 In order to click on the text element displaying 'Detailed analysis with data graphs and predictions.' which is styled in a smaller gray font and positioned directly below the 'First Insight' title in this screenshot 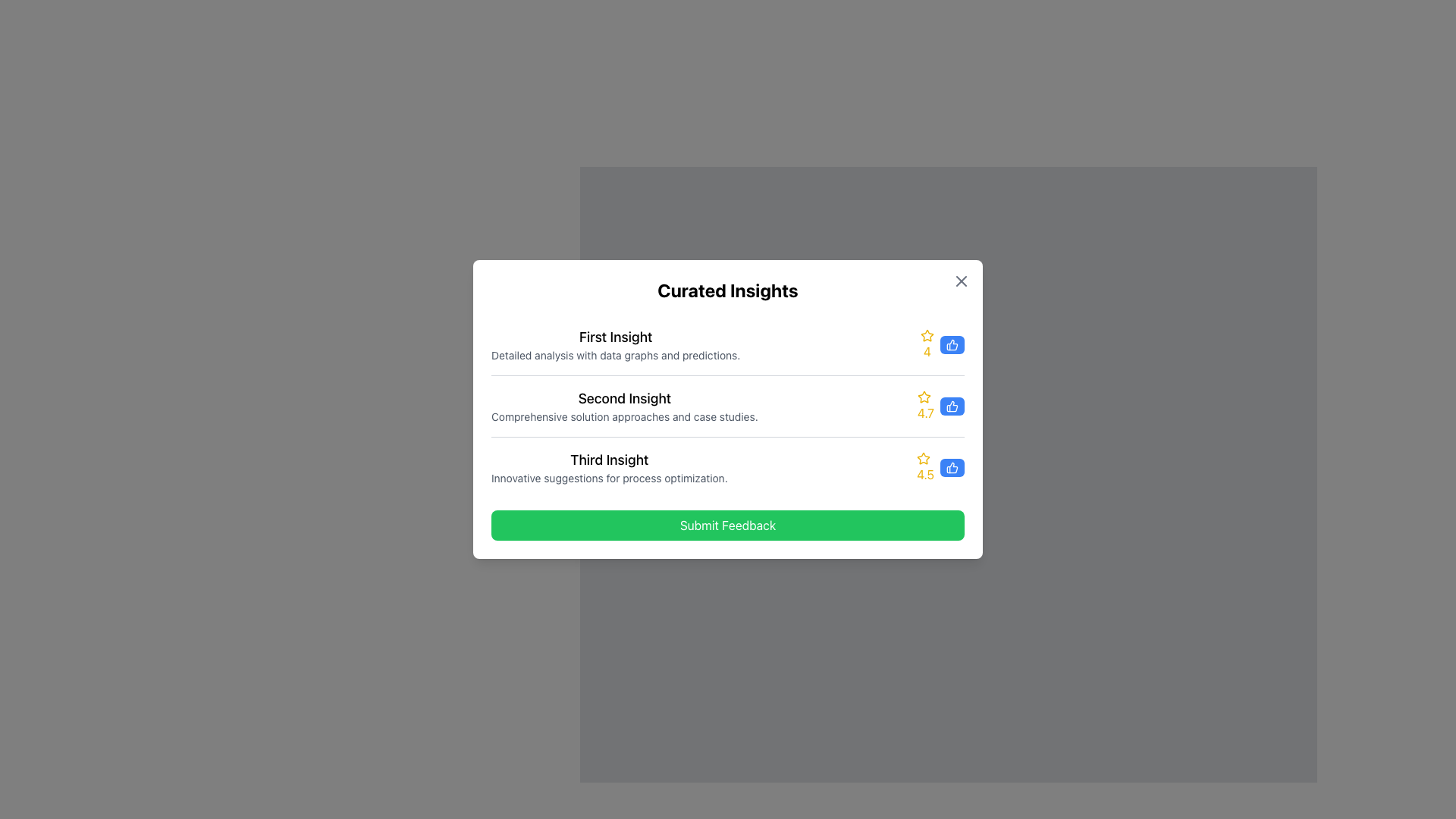, I will do `click(616, 356)`.